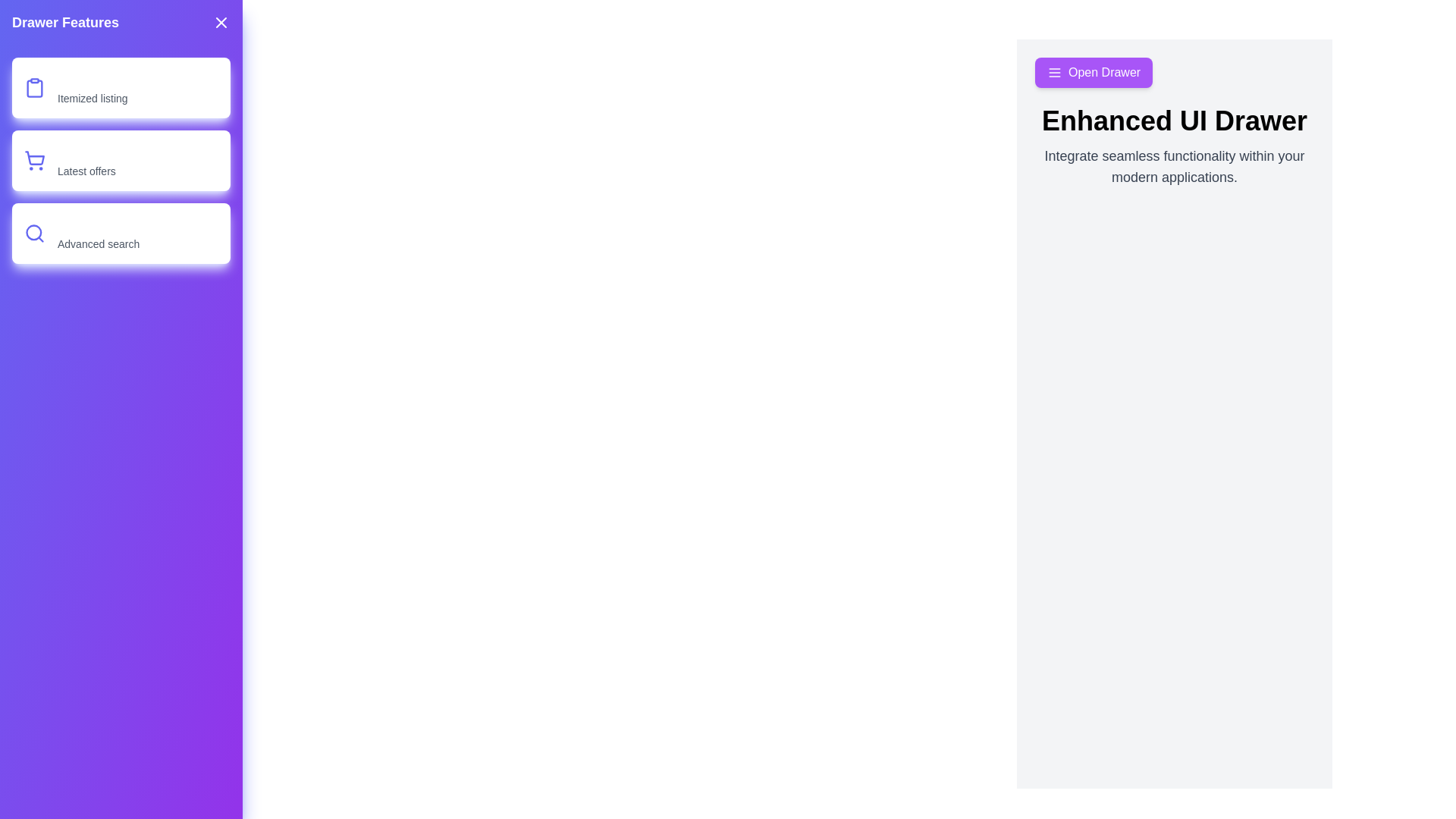 Image resolution: width=1456 pixels, height=819 pixels. What do you see at coordinates (1093, 73) in the screenshot?
I see `the 'Open Drawer' button to open the drawer` at bounding box center [1093, 73].